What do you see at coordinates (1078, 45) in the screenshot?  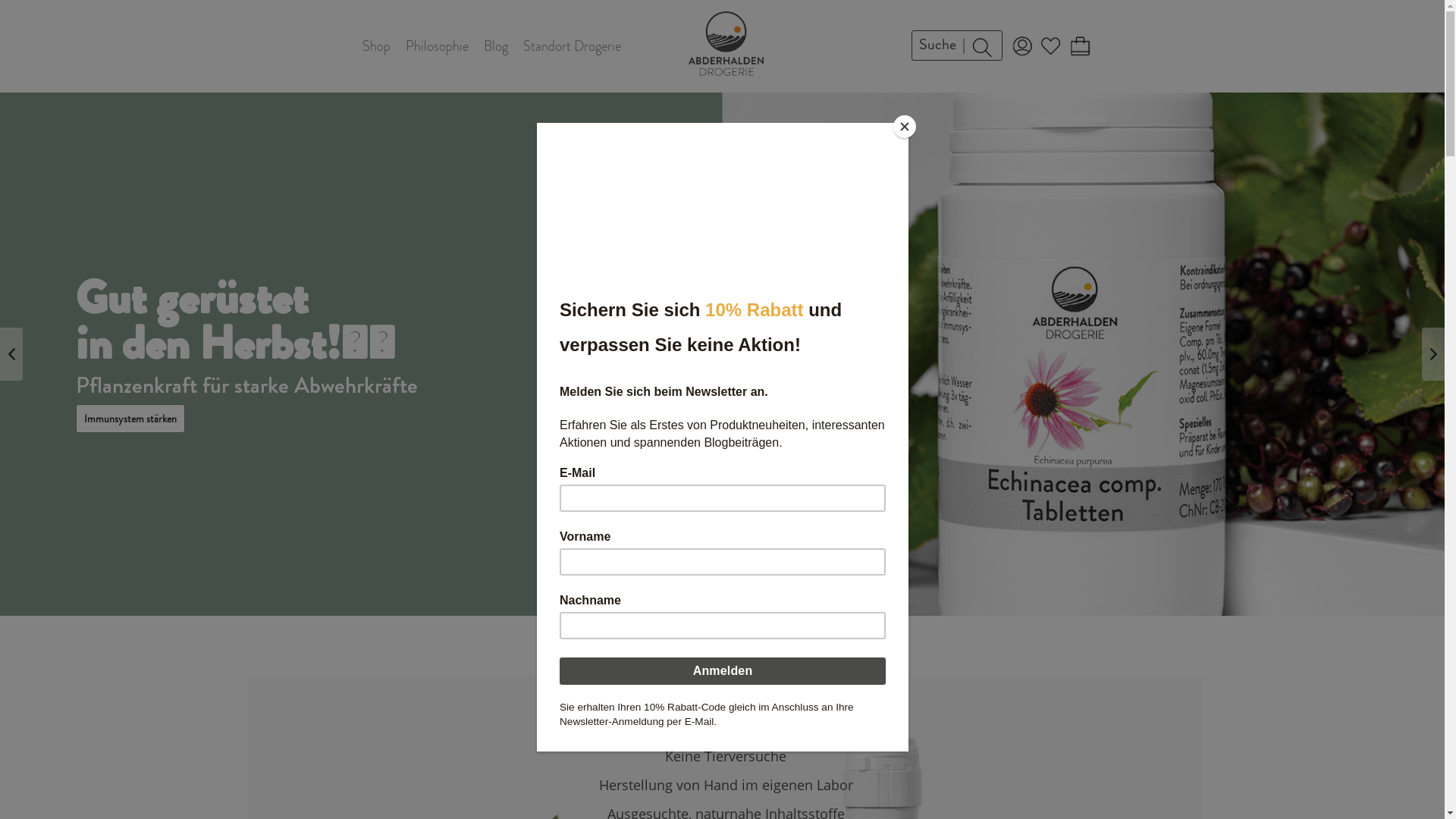 I see `'Warenkorb'` at bounding box center [1078, 45].